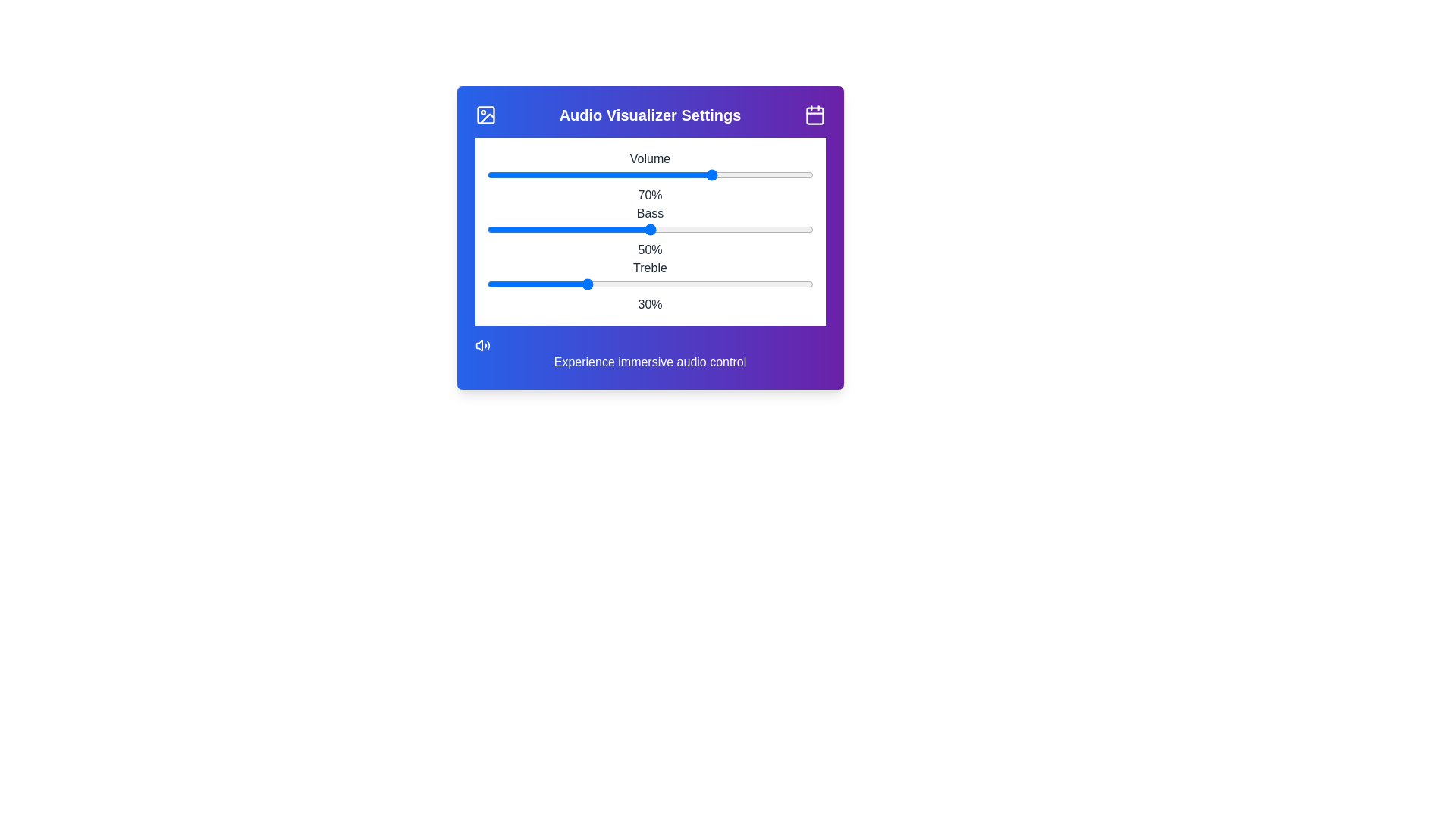 Image resolution: width=1456 pixels, height=819 pixels. Describe the element at coordinates (684, 174) in the screenshot. I see `the volume slider to set the volume to 61%` at that location.